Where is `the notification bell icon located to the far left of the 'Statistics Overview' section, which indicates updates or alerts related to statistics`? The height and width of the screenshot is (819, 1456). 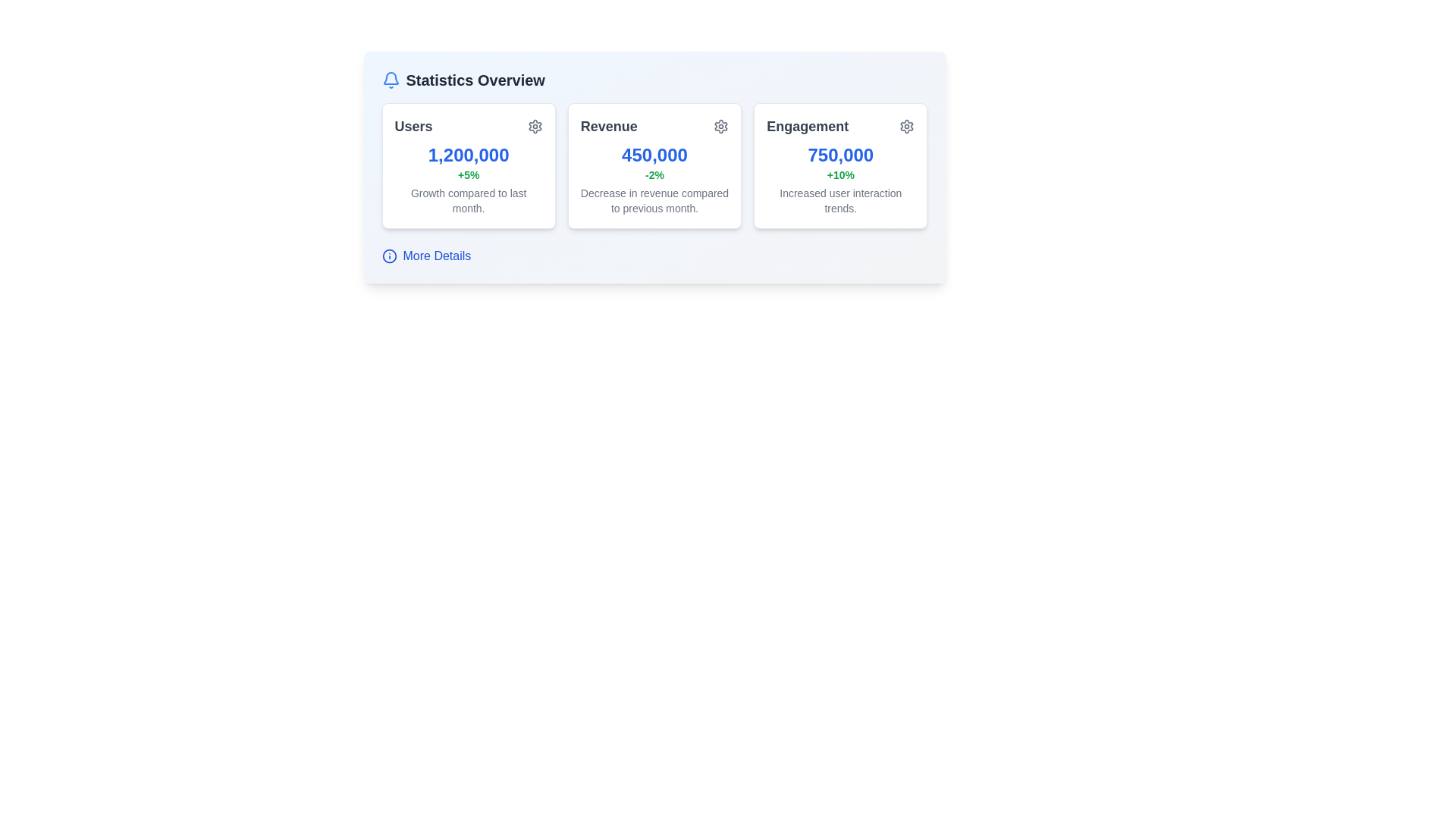 the notification bell icon located to the far left of the 'Statistics Overview' section, which indicates updates or alerts related to statistics is located at coordinates (391, 80).